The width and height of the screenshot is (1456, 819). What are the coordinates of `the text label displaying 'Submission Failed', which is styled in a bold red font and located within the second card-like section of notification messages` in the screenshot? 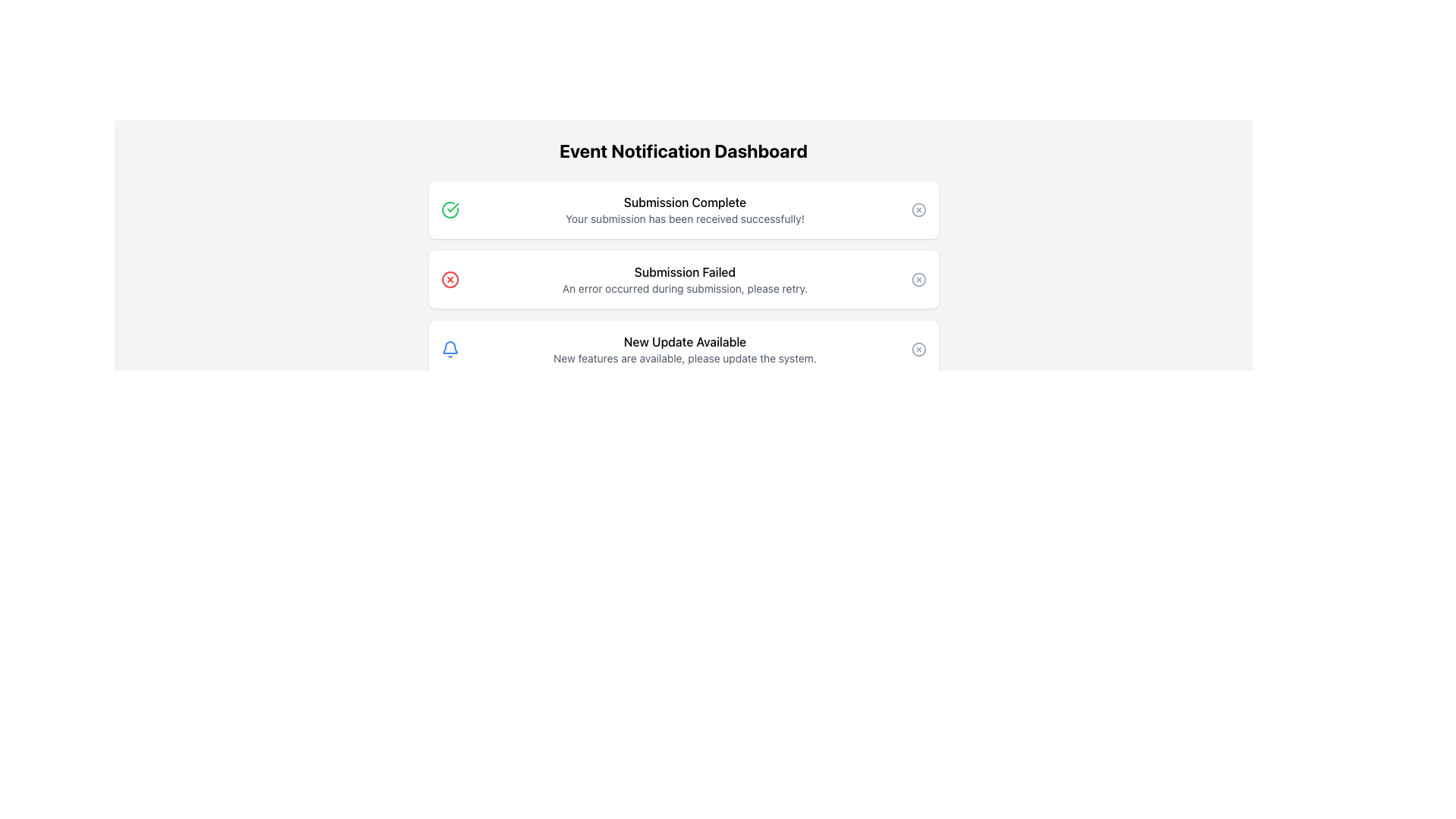 It's located at (684, 271).